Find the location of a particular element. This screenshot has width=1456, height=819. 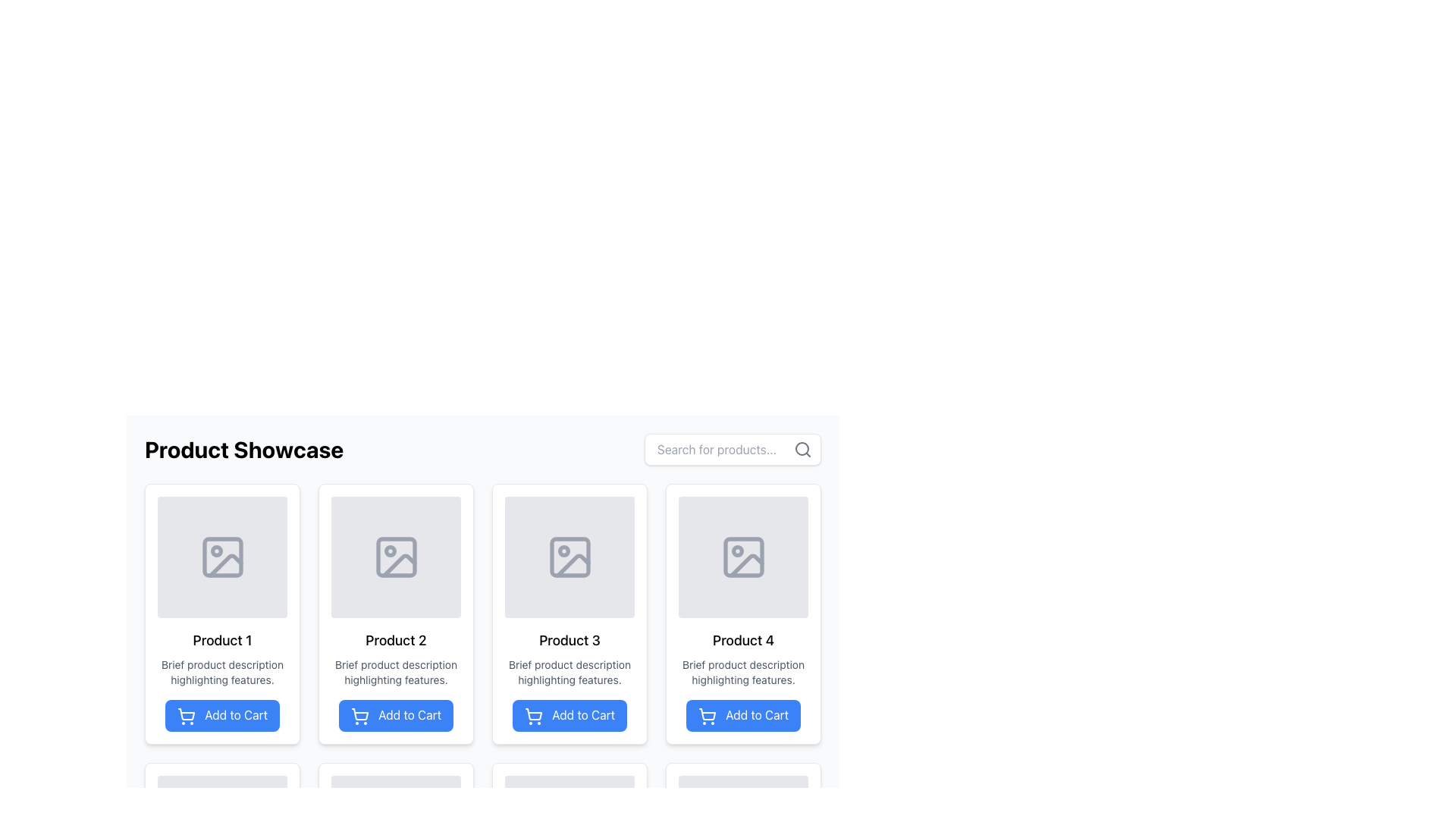

the decorative circle icon within the image placeholder of the first product card labeled 'Product 1' is located at coordinates (215, 551).